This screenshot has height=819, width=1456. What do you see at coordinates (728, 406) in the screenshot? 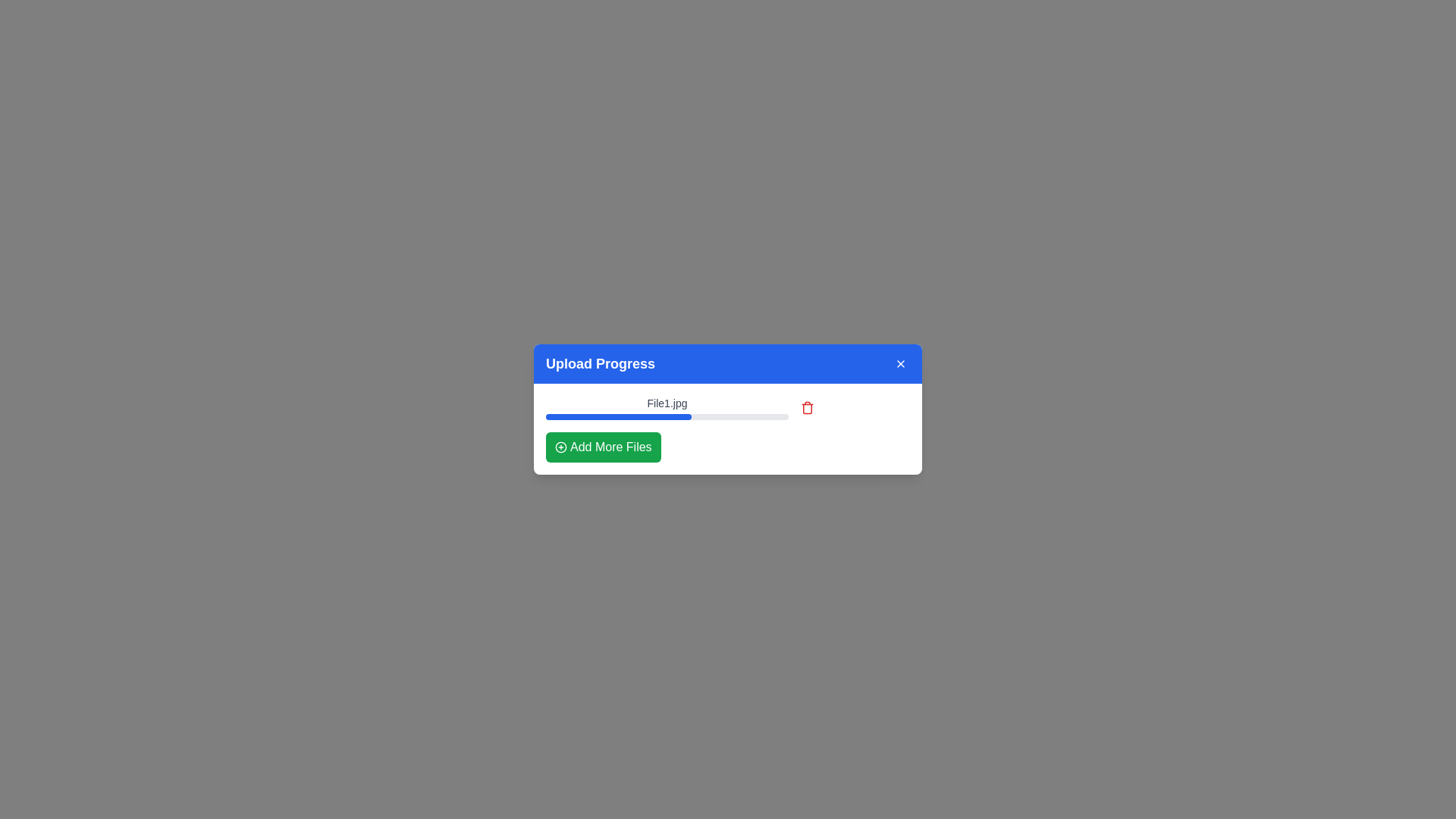
I see `the progress status of the upload progress bar for 'File1.jpg' located below the 'Upload Progress' header and above the 'Add More Files' button` at bounding box center [728, 406].